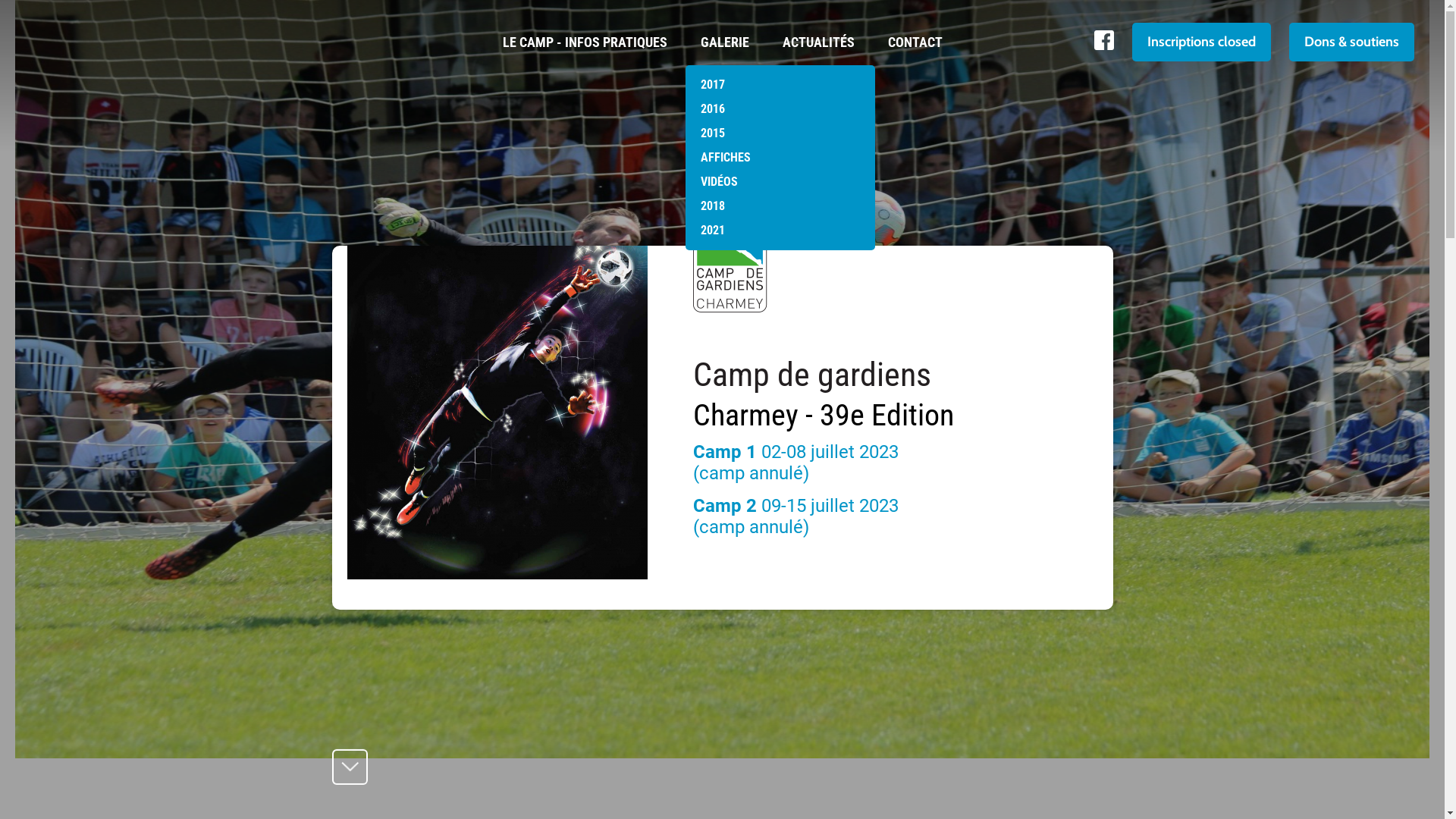 The image size is (1456, 819). Describe the element at coordinates (780, 206) in the screenshot. I see `'2018'` at that location.